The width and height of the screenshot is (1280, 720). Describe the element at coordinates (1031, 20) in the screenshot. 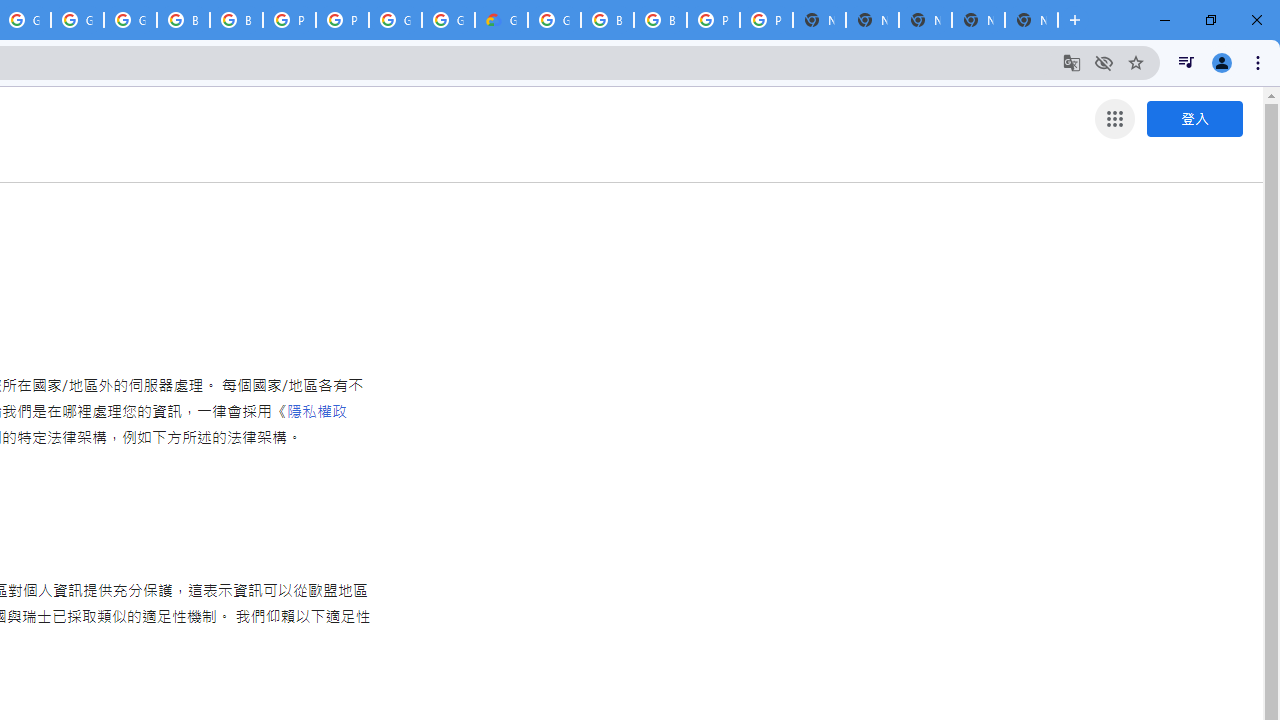

I see `'New Tab'` at that location.